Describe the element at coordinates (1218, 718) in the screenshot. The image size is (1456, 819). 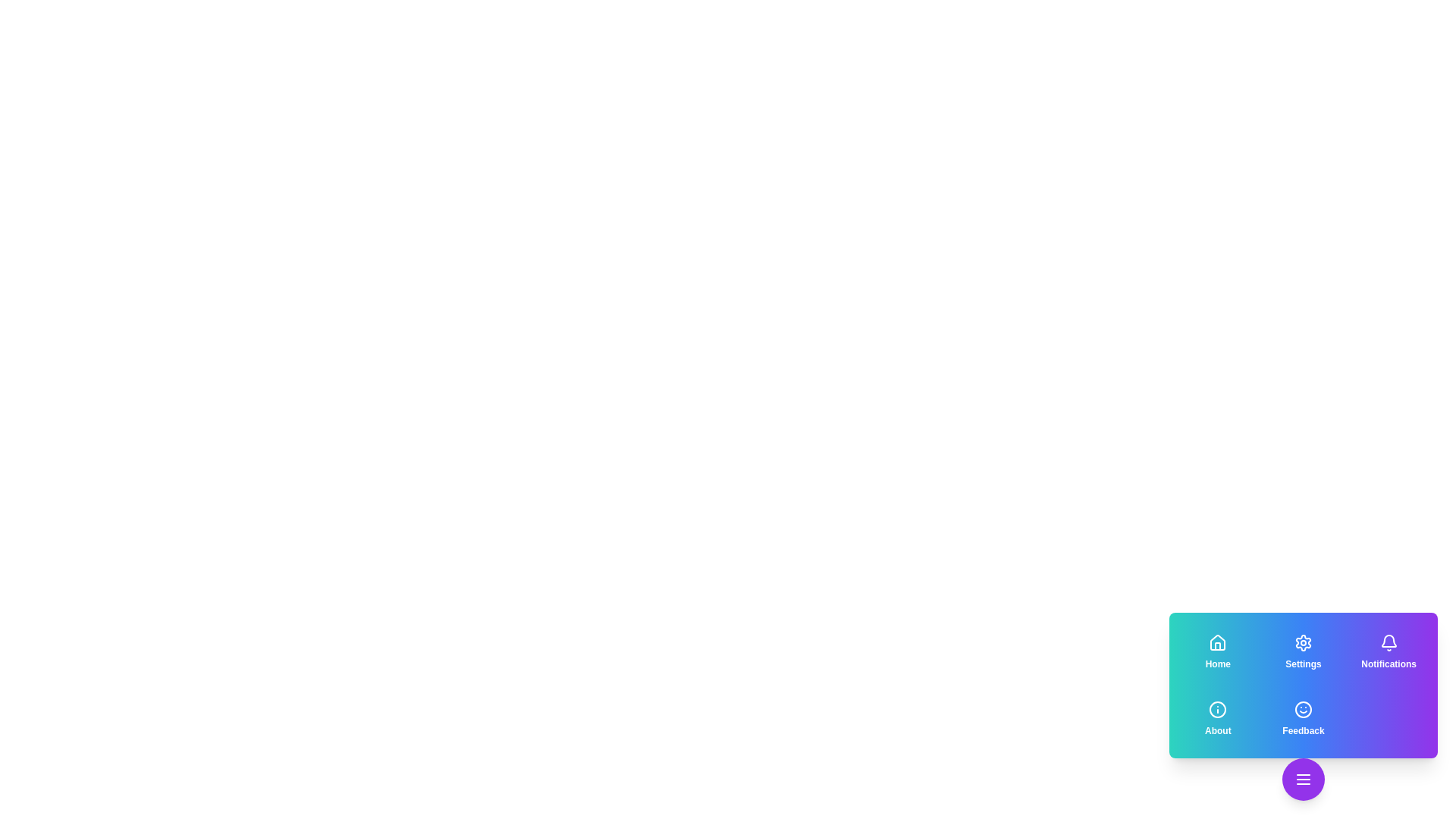
I see `the 'About' button` at that location.